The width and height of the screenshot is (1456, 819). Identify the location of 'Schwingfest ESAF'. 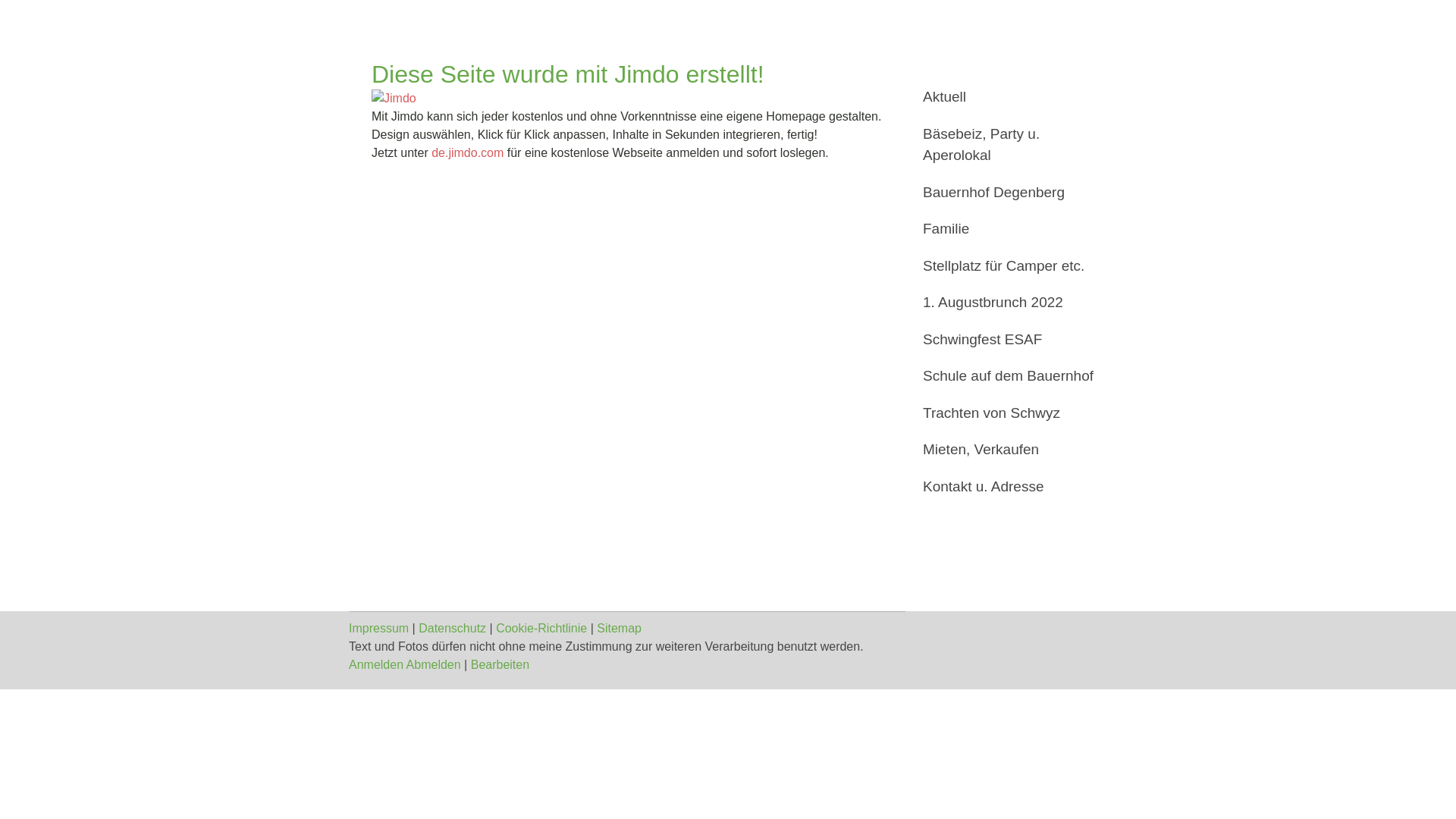
(1008, 339).